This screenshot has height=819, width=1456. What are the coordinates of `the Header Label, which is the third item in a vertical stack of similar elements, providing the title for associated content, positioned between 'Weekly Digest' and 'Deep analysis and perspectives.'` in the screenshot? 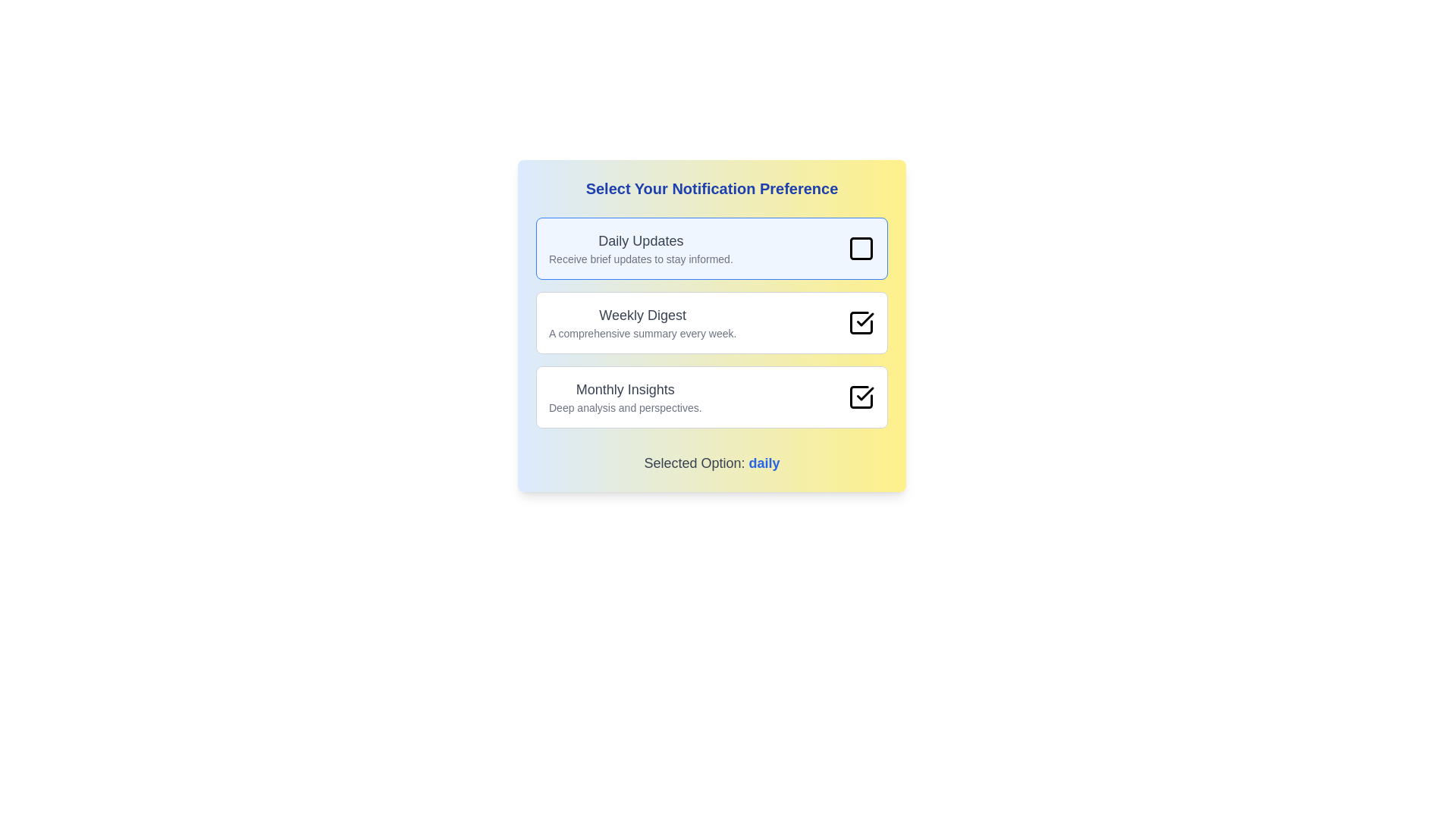 It's located at (625, 388).